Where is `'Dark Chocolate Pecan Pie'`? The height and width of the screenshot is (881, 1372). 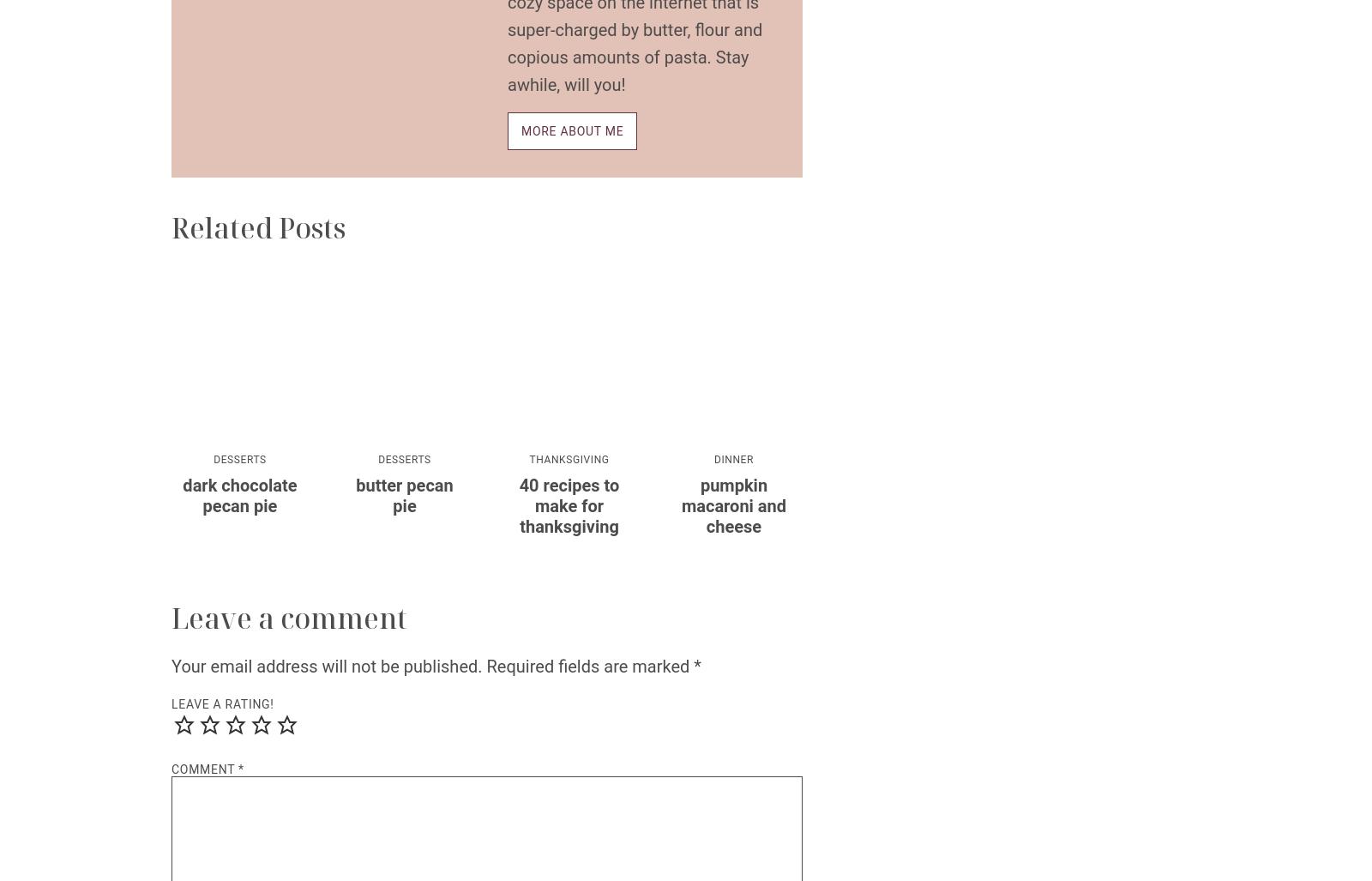
'Dark Chocolate Pecan Pie' is located at coordinates (182, 495).